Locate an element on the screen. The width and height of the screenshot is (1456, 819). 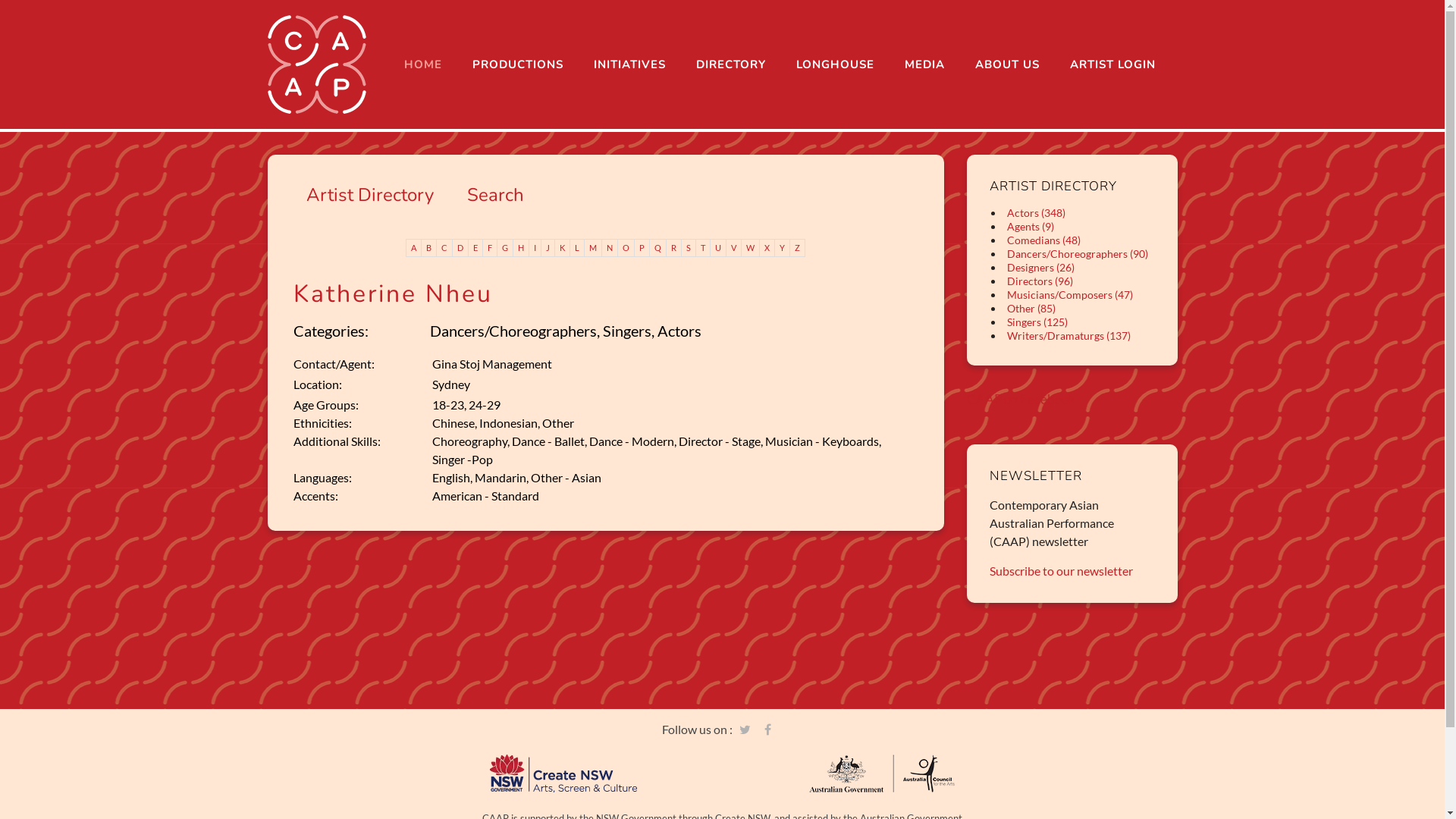
'Directors (96)' is located at coordinates (1039, 281).